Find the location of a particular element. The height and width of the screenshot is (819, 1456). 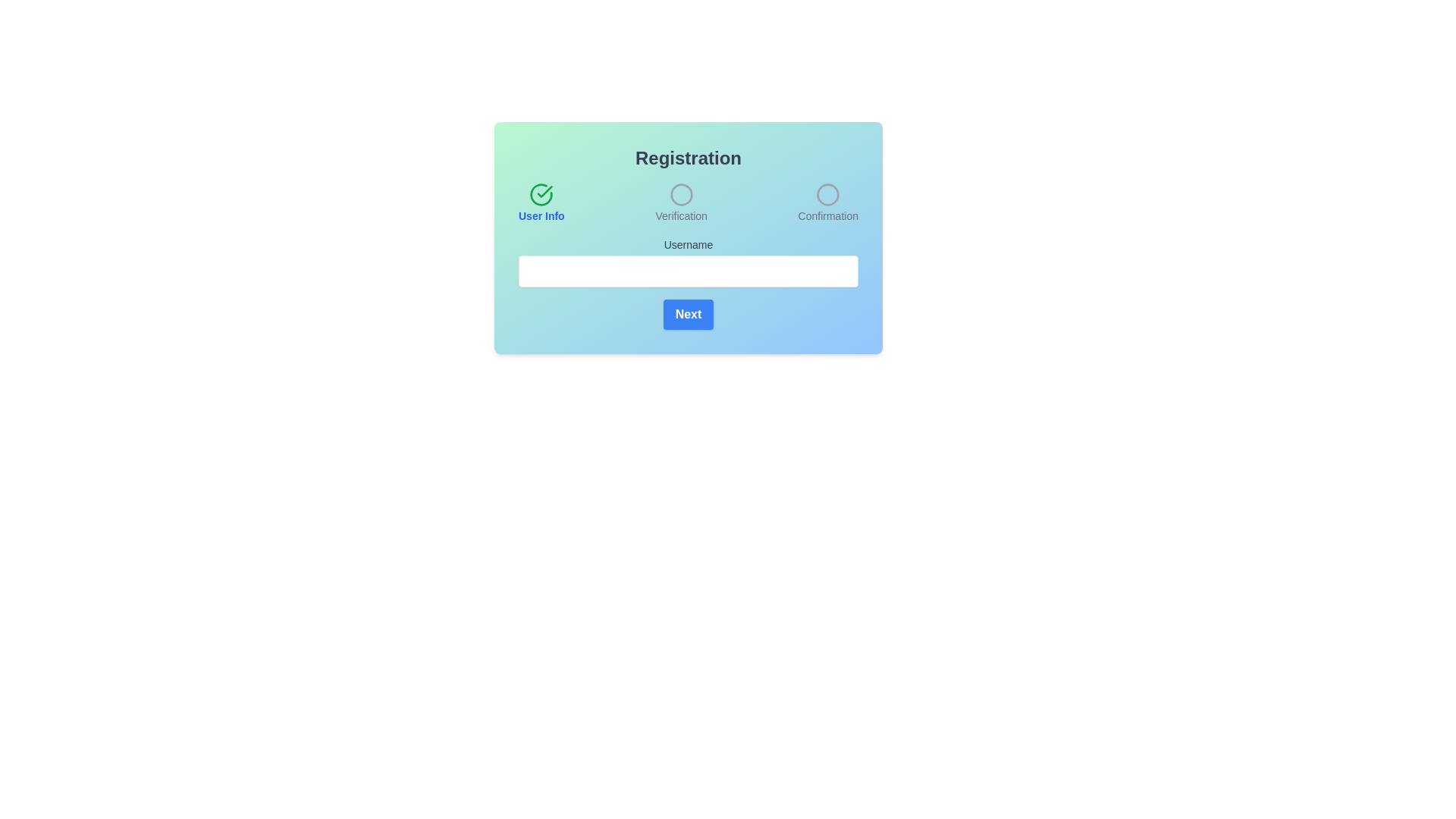

the 'Verification' step indicator, which is the second stage of the progress bar, featuring a gray circular icon and the label 'Verification' in gray text is located at coordinates (687, 203).